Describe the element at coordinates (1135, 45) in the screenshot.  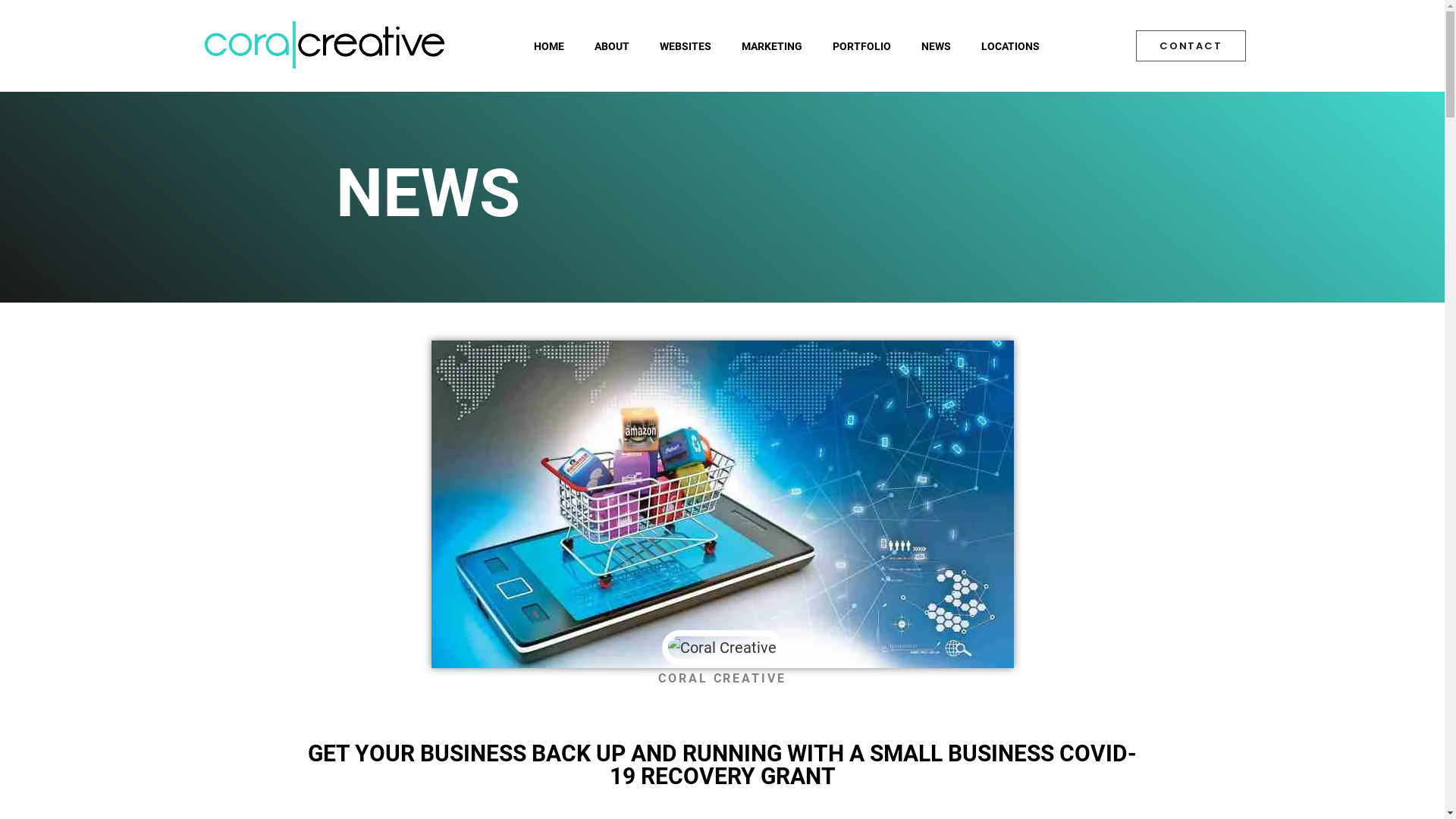
I see `'CONTACT'` at that location.